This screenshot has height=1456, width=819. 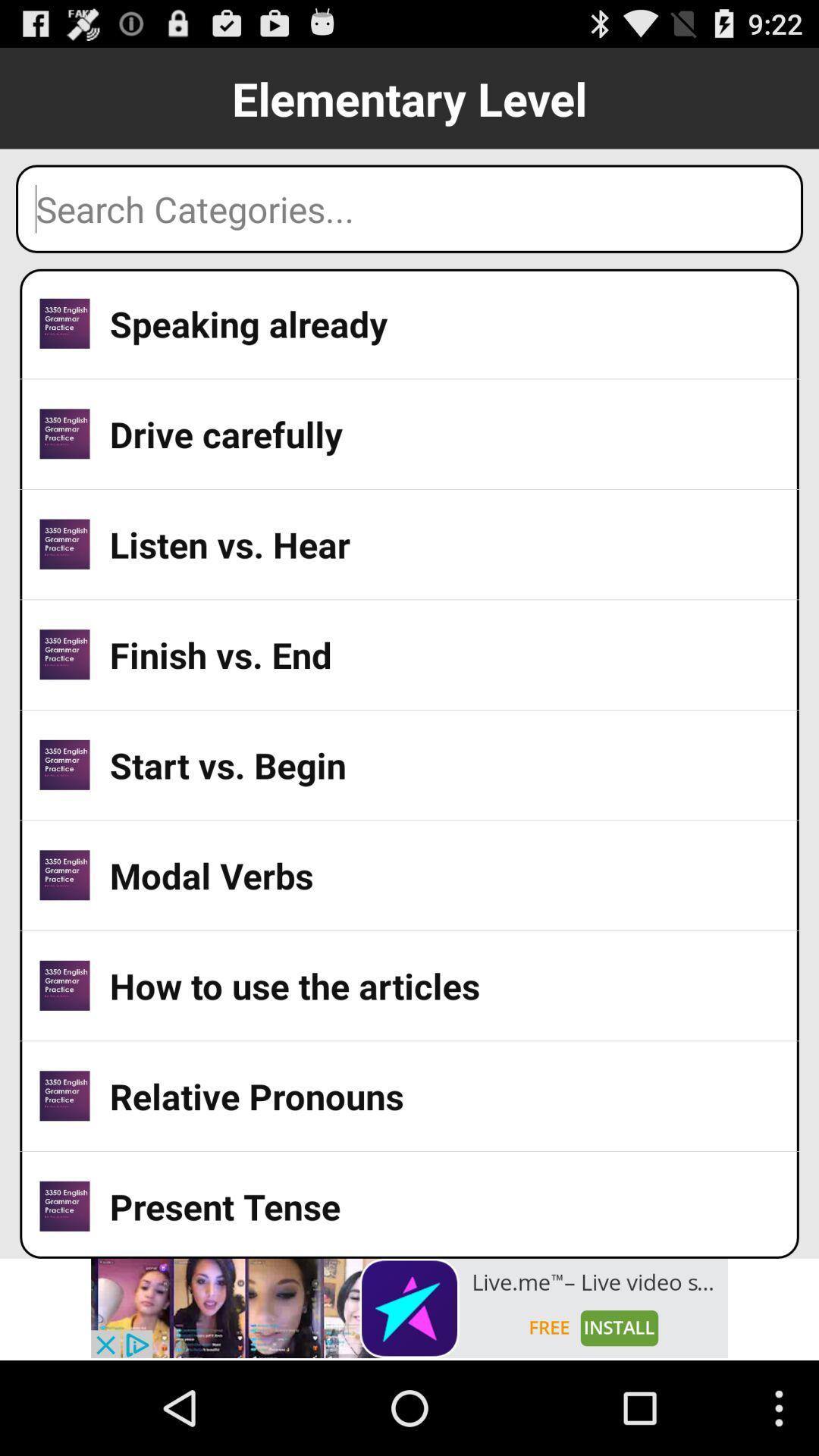 What do you see at coordinates (409, 1307) in the screenshot?
I see `showing the advertisement` at bounding box center [409, 1307].